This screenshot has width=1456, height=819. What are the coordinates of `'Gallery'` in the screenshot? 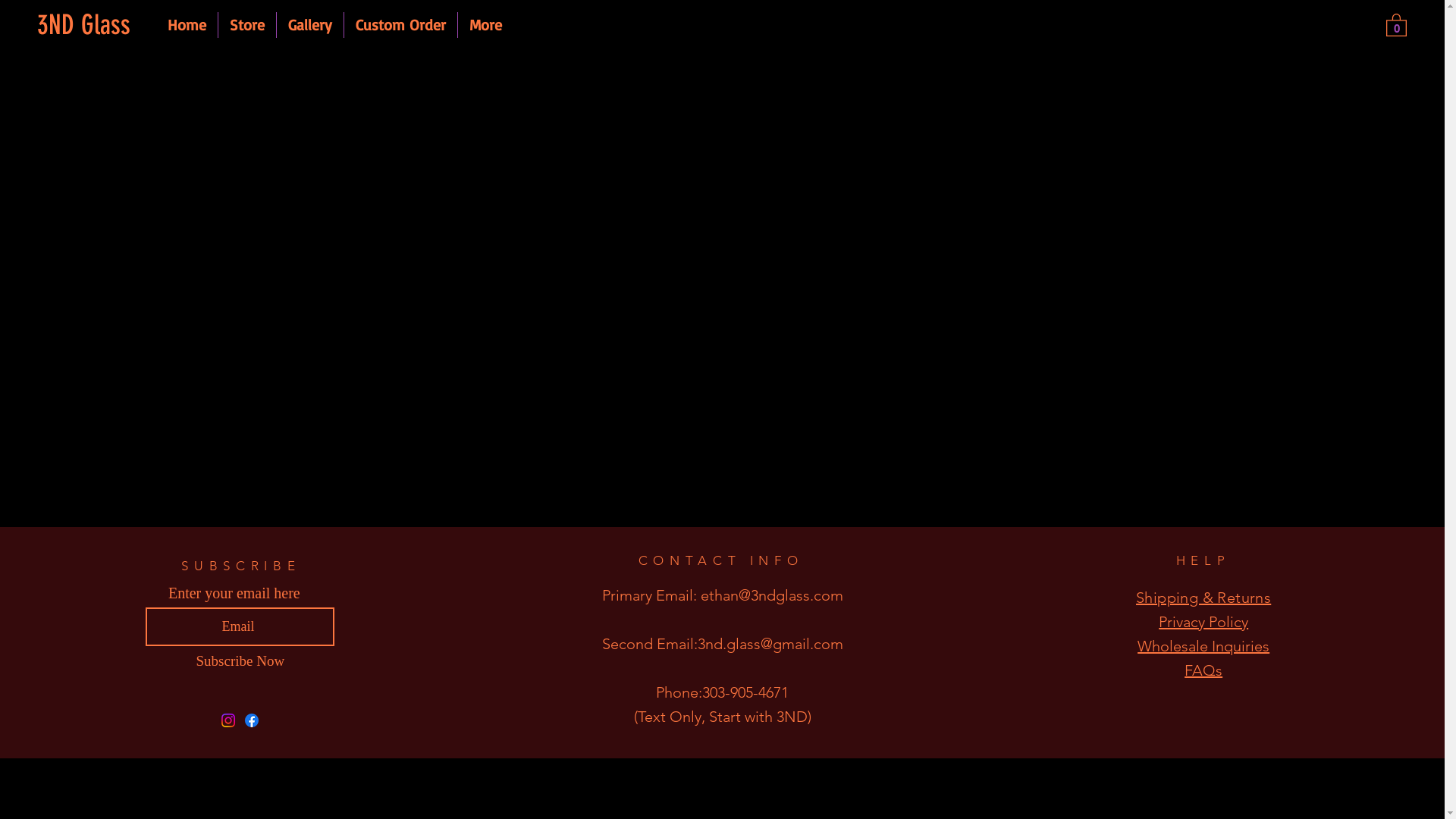 It's located at (309, 25).